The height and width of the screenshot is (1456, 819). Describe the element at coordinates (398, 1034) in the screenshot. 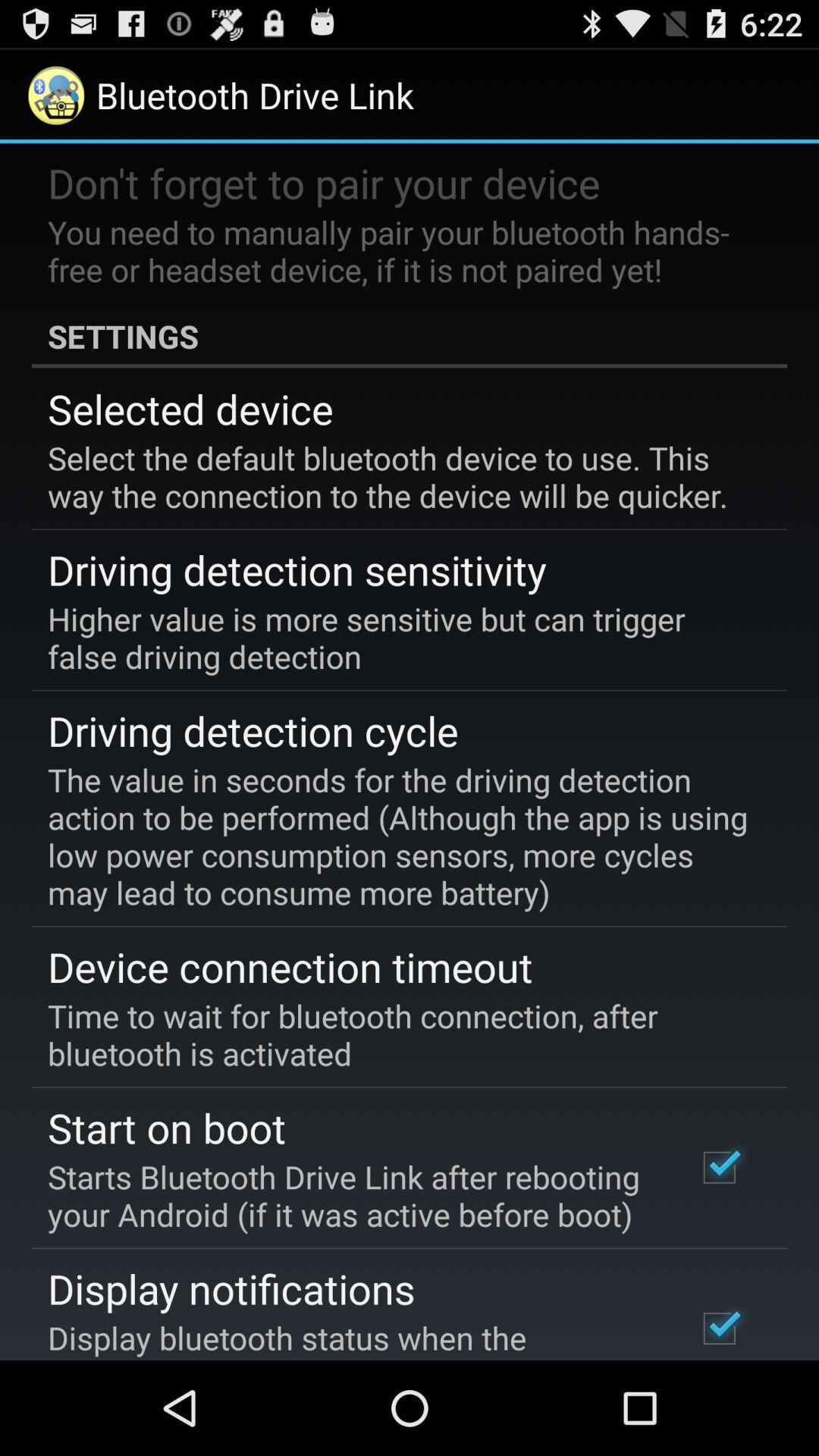

I see `time to wait item` at that location.